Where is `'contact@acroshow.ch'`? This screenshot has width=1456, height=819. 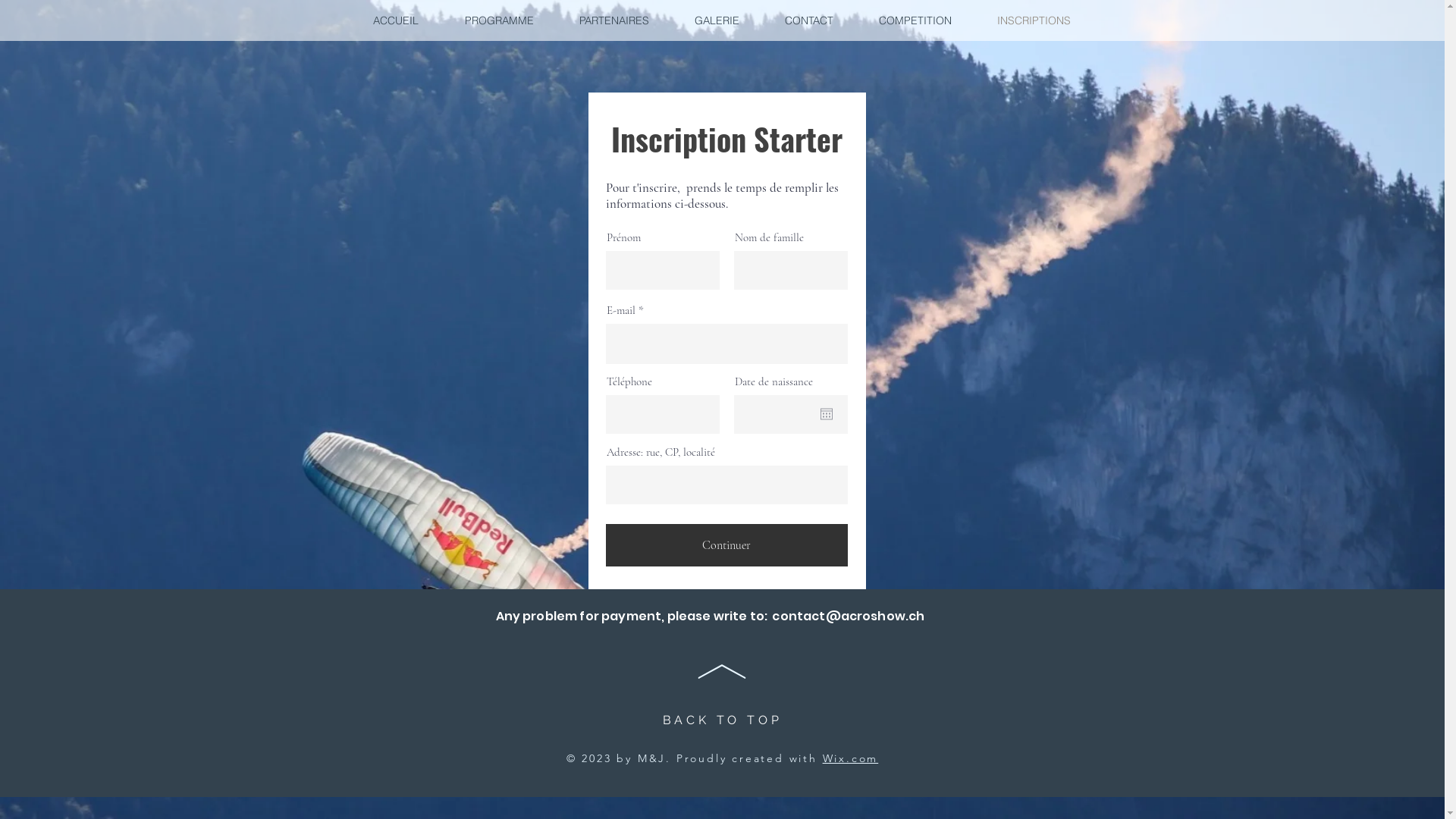 'contact@acroshow.ch' is located at coordinates (847, 616).